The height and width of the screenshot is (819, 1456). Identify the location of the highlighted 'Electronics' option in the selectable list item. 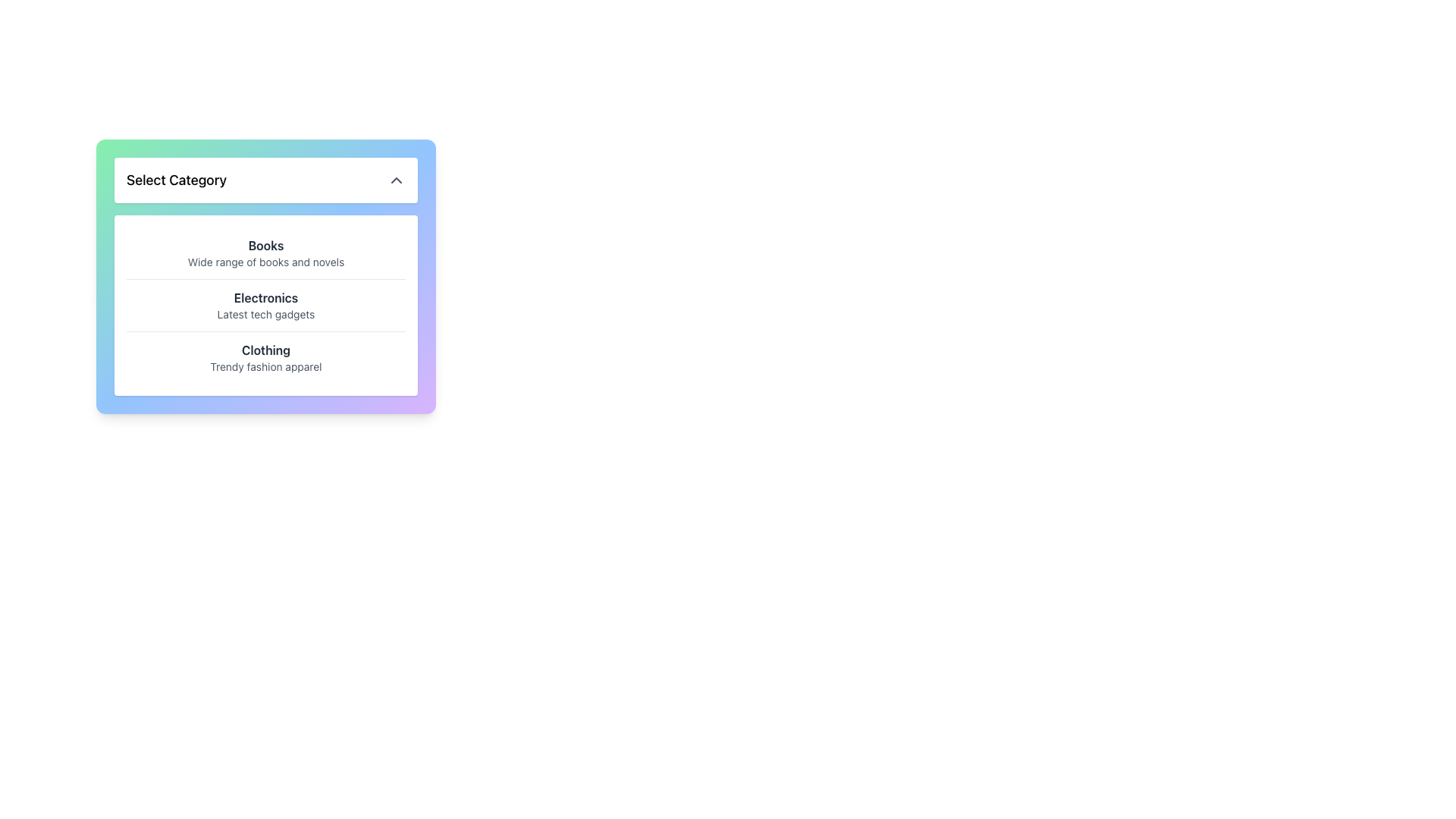
(265, 305).